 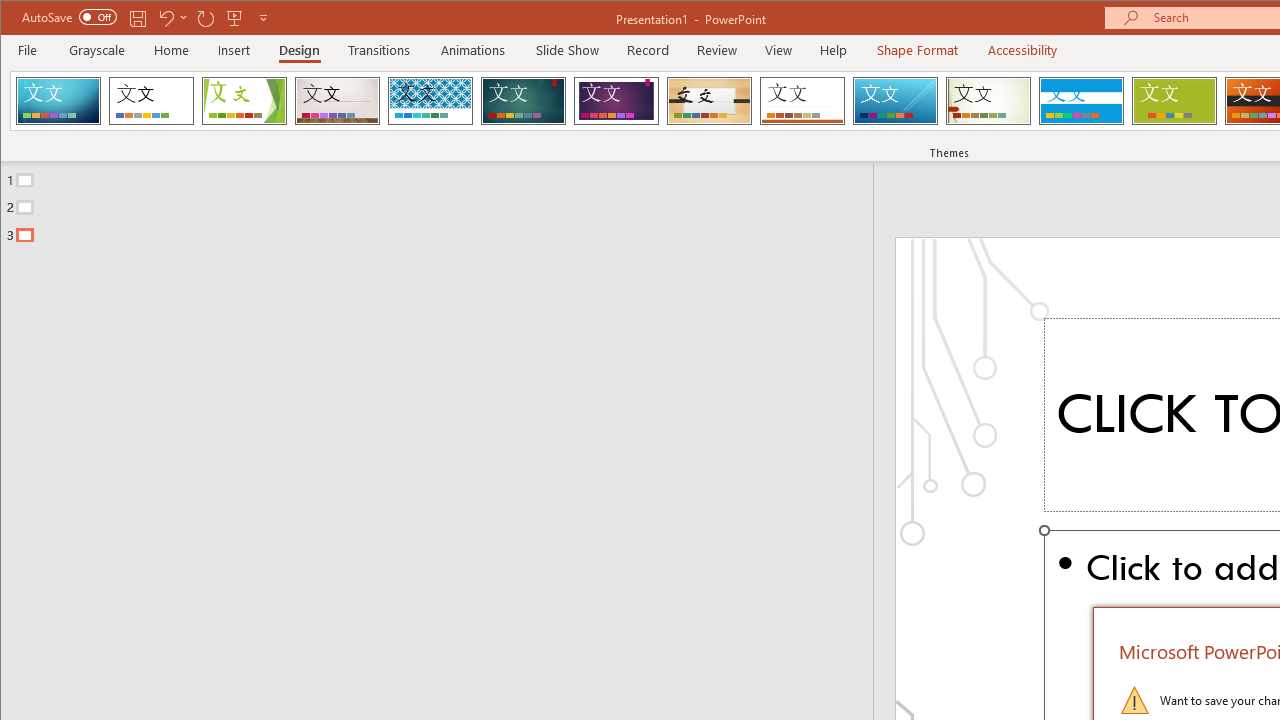 What do you see at coordinates (615, 100) in the screenshot?
I see `'Ion Boardroom'` at bounding box center [615, 100].